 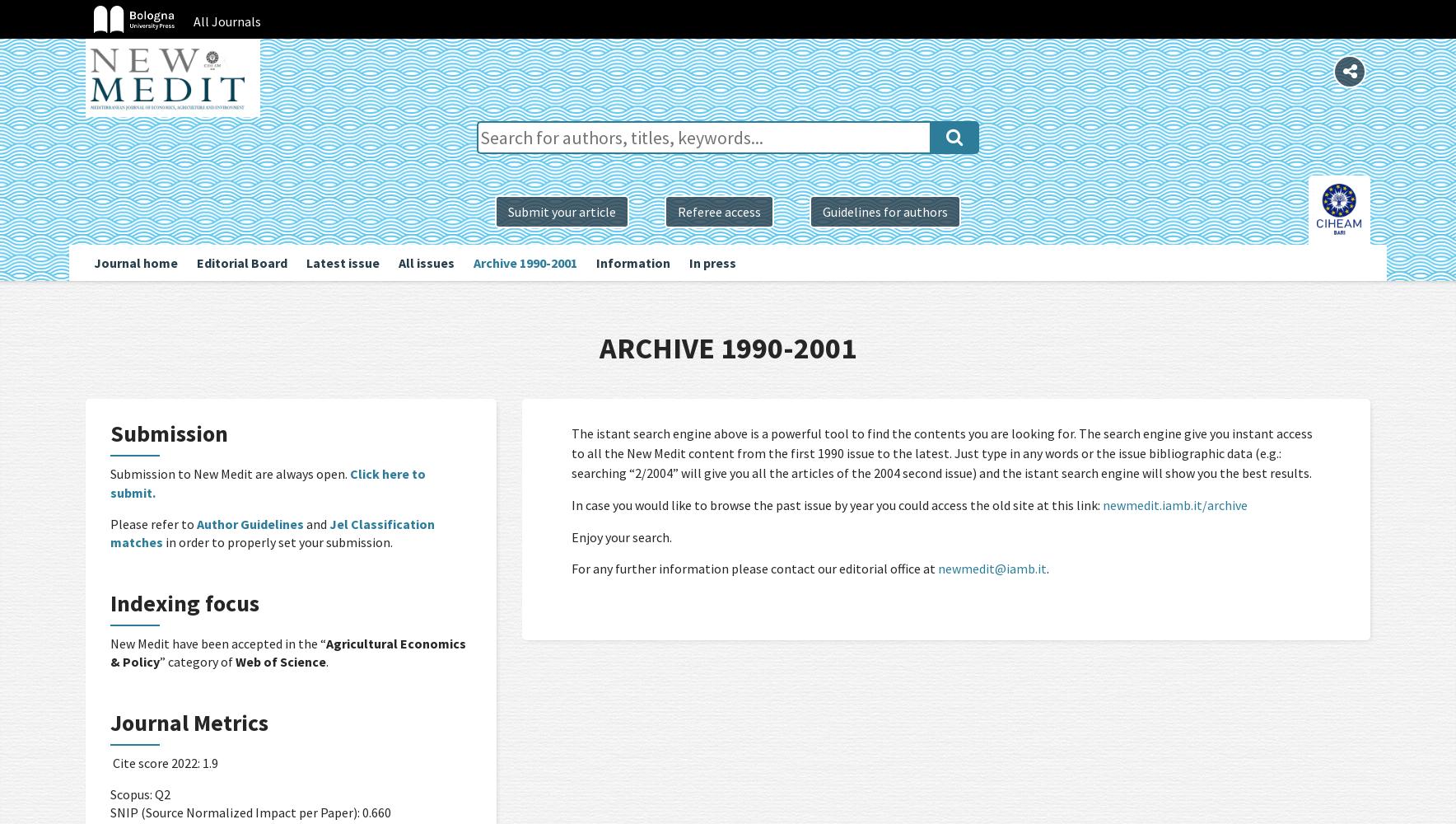 I want to click on 'Submission', so click(x=168, y=433).